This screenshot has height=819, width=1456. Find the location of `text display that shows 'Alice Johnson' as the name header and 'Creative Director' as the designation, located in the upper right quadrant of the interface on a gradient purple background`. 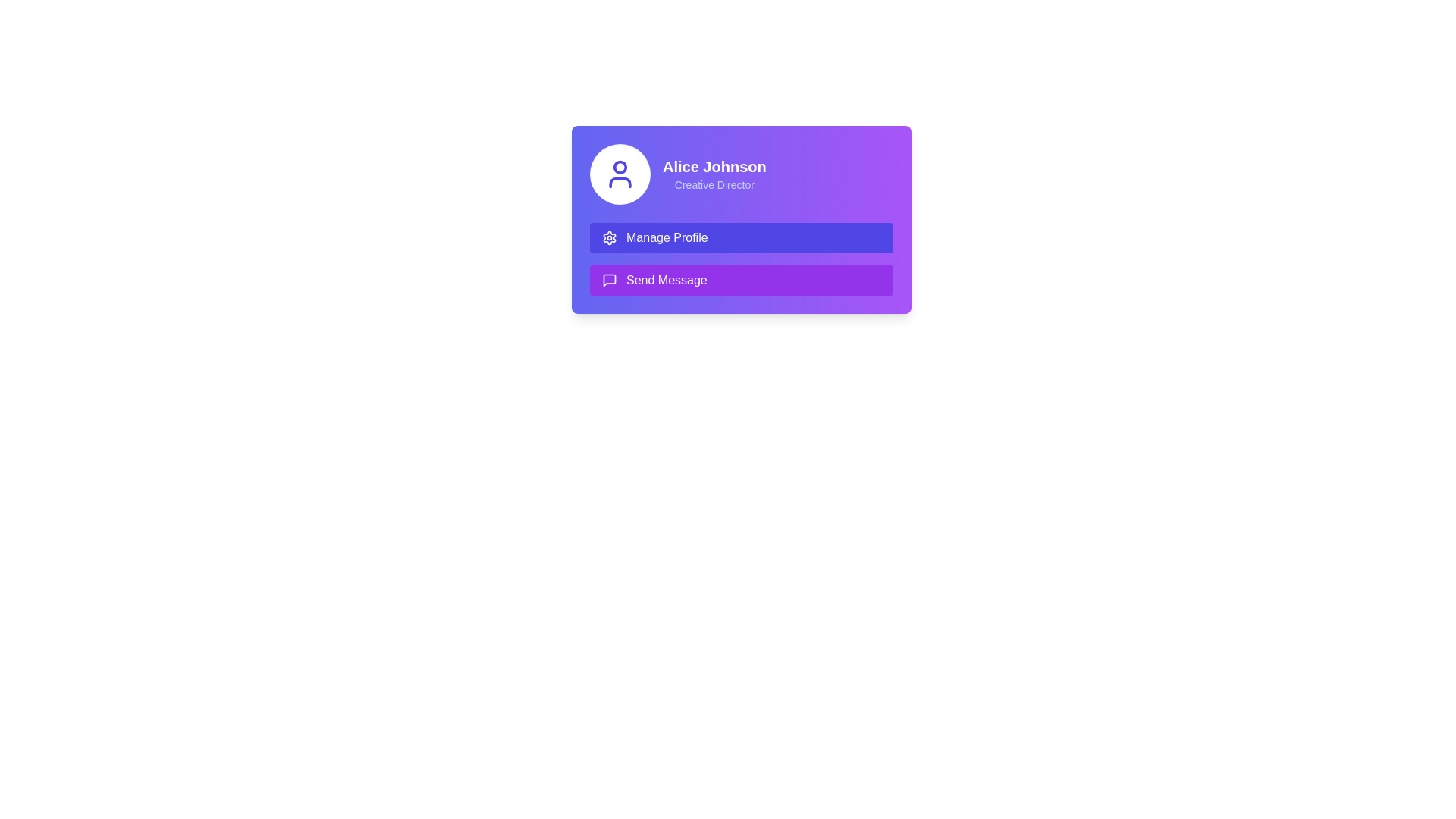

text display that shows 'Alice Johnson' as the name header and 'Creative Director' as the designation, located in the upper right quadrant of the interface on a gradient purple background is located at coordinates (714, 174).